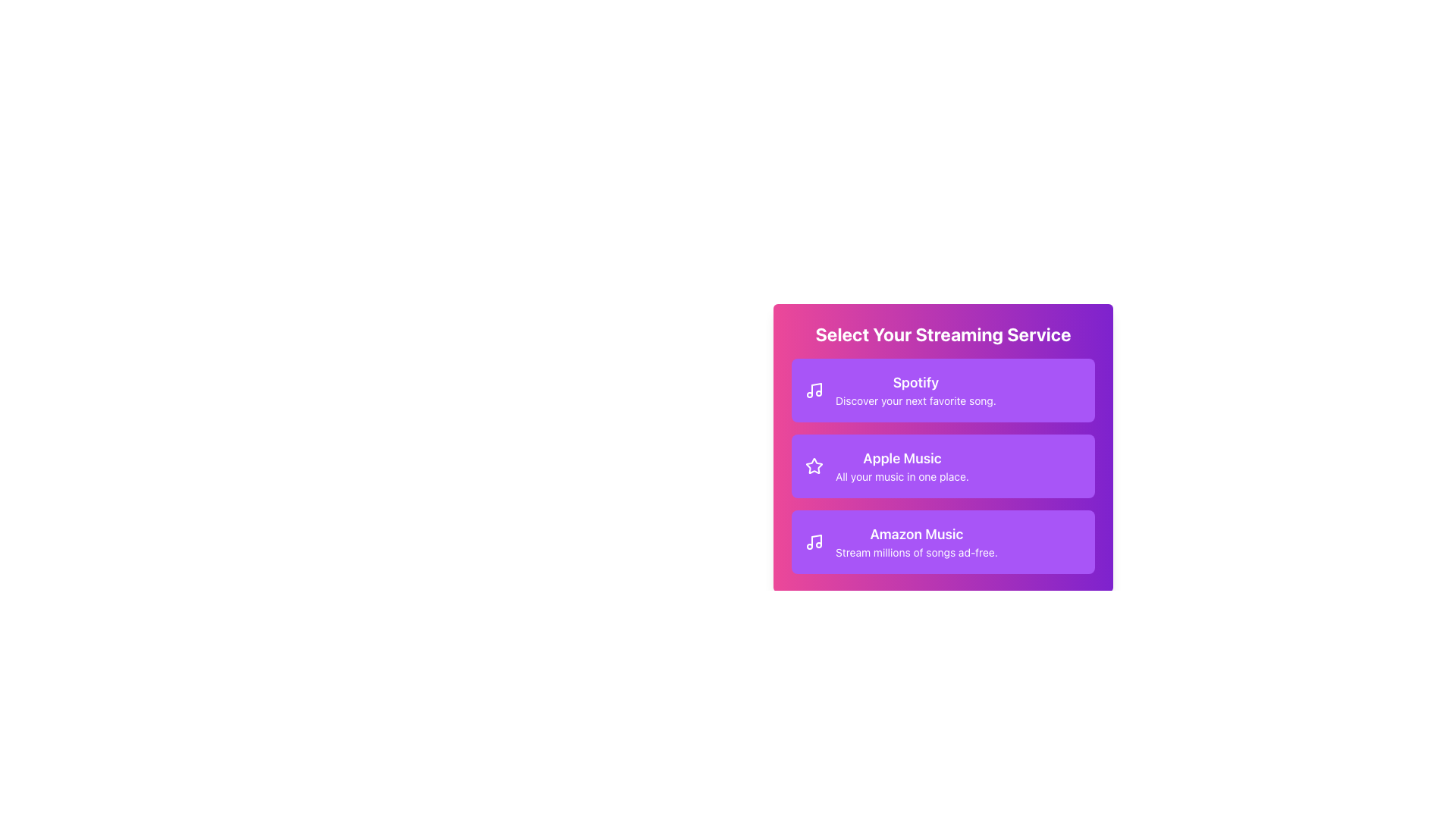  I want to click on the text label reading 'Amazon Music', which is styled in bold white font within a purple rectangular area in the third selectable option of the 'Select Your Streaming Service' list, so click(915, 534).